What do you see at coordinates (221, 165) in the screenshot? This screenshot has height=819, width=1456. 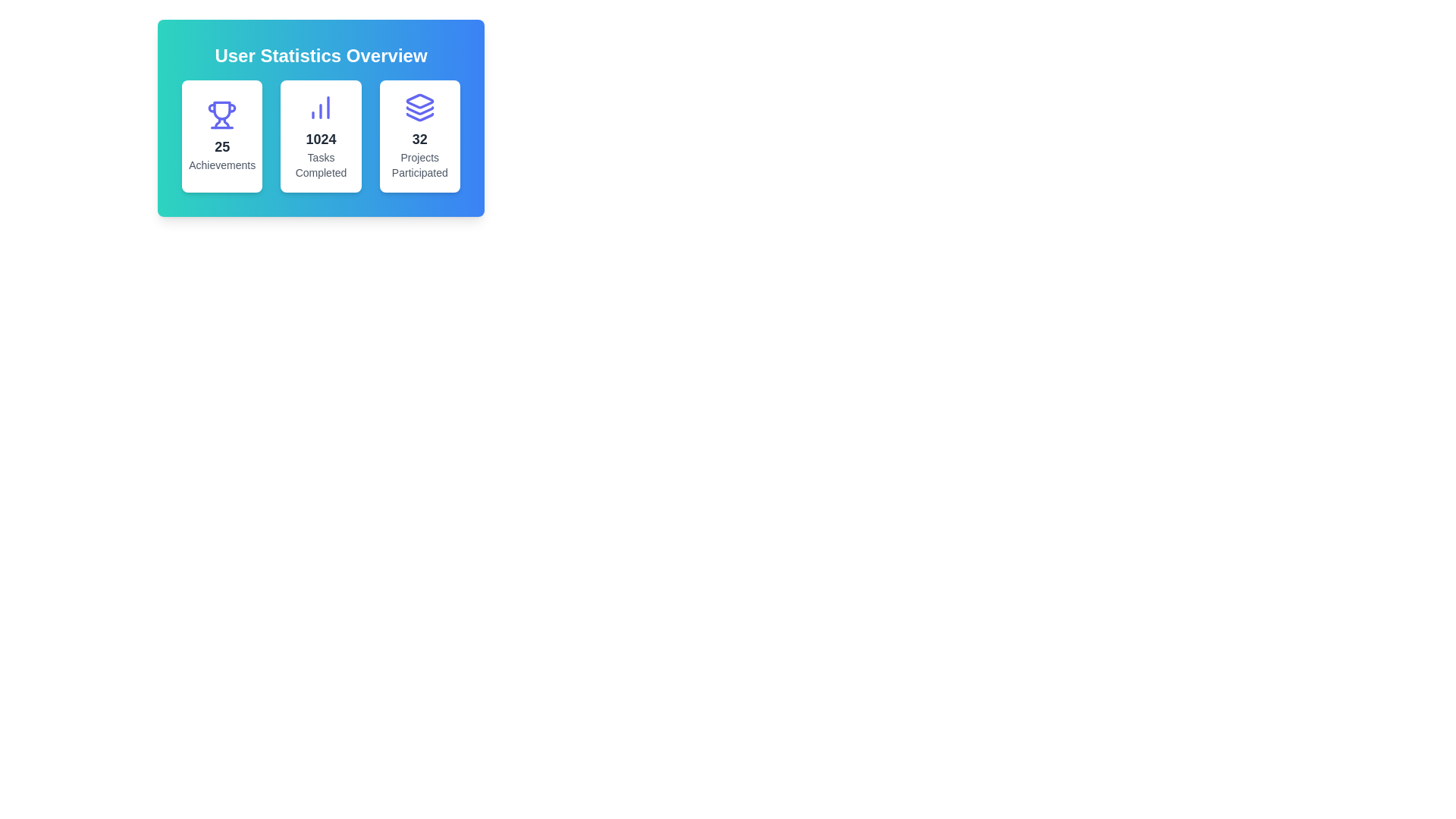 I see `the 'Achievements' label, which is a text label in medium gray color, placed directly beneath the numerical value '25' and styled in a sans-serif font` at bounding box center [221, 165].